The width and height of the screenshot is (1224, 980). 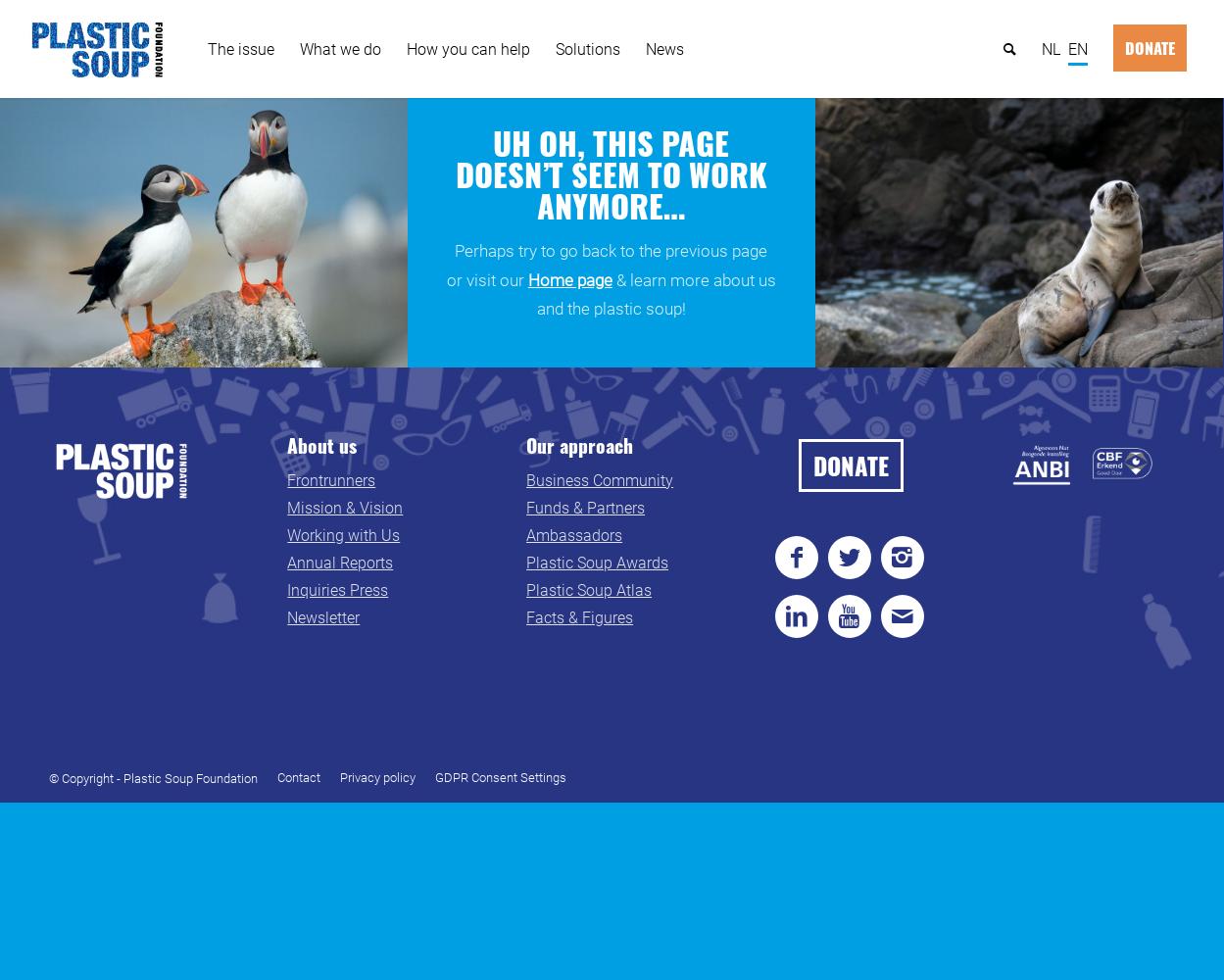 What do you see at coordinates (486, 278) in the screenshot?
I see `'or visit our'` at bounding box center [486, 278].